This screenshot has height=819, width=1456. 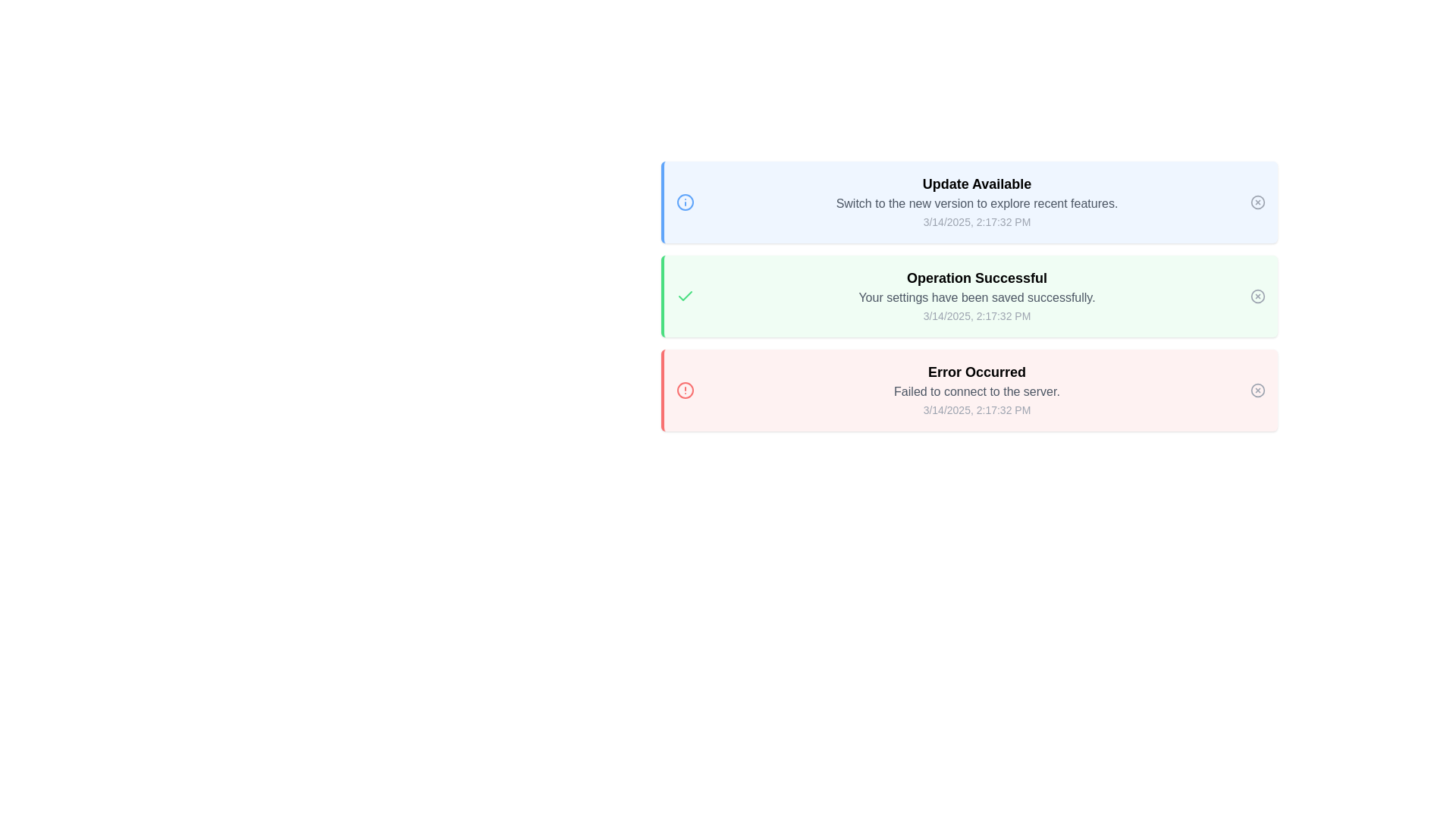 I want to click on the SVG Circle element located within the notification card, so click(x=684, y=201).